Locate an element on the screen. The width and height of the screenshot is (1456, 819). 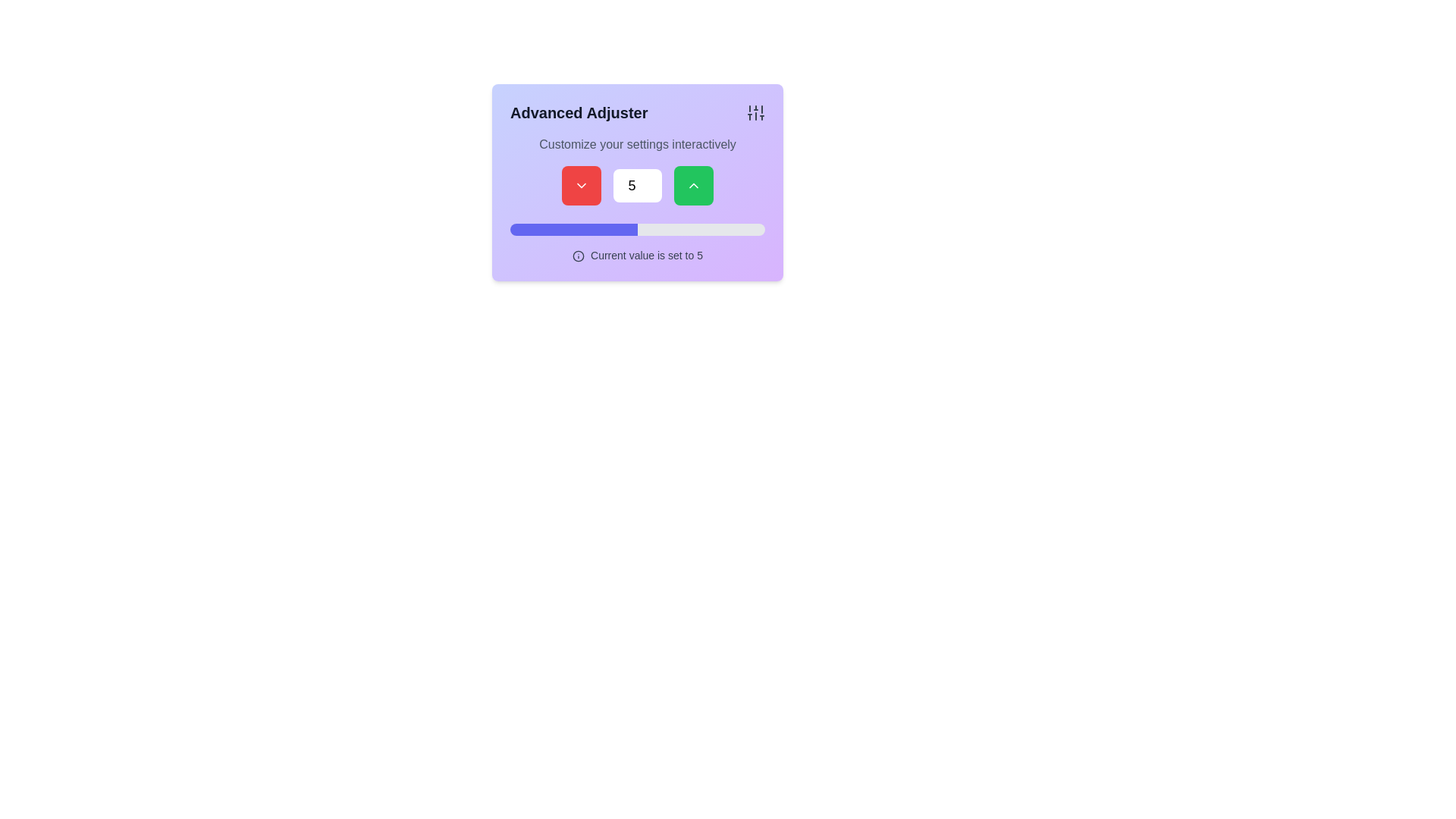
the Chevron-Up icon inside the green rounded button, which indicates an upward action and is positioned right among three buttons in the settings adjustment card is located at coordinates (693, 185).